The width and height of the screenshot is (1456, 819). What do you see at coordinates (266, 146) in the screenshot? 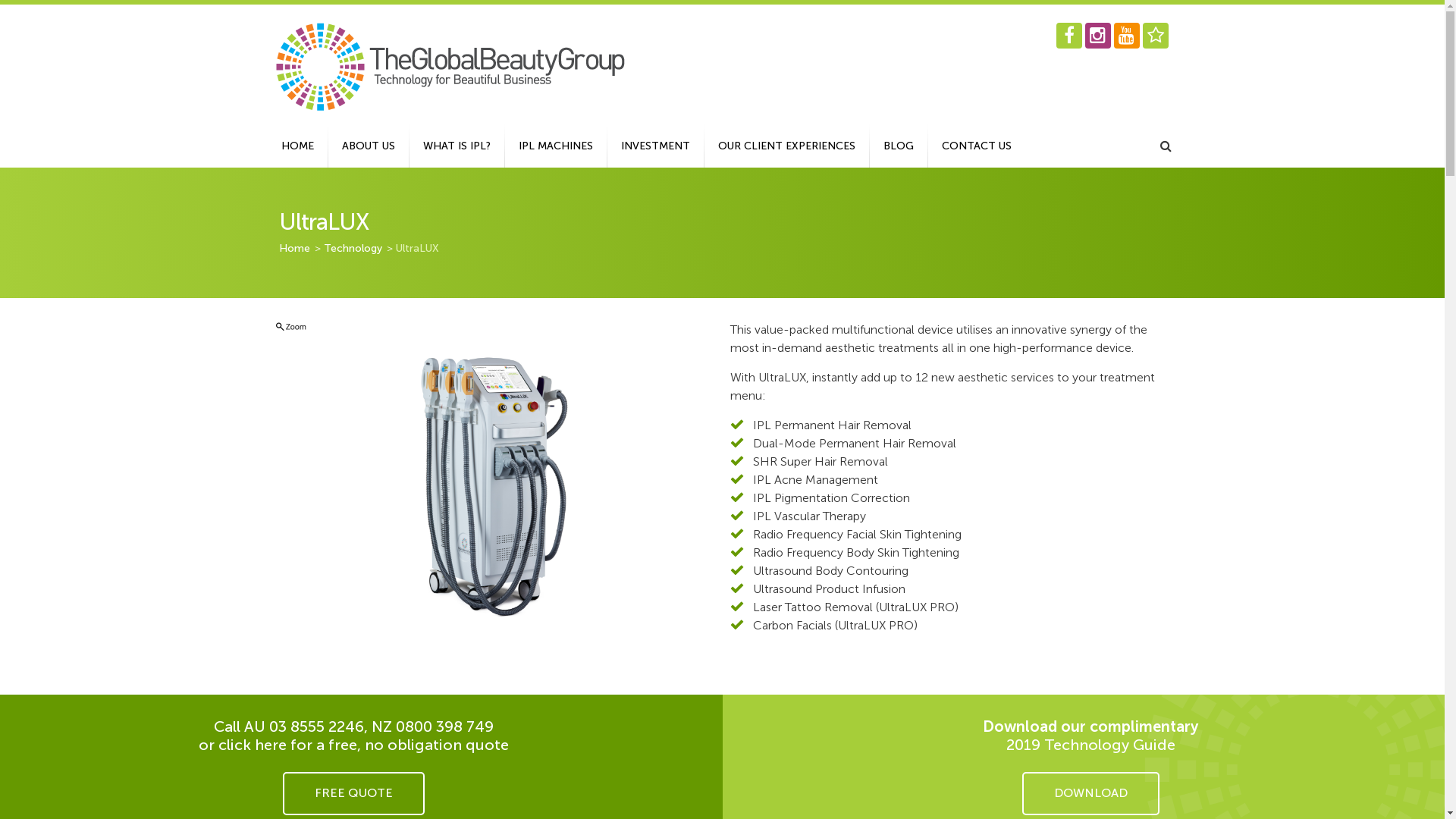
I see `'HOME'` at bounding box center [266, 146].